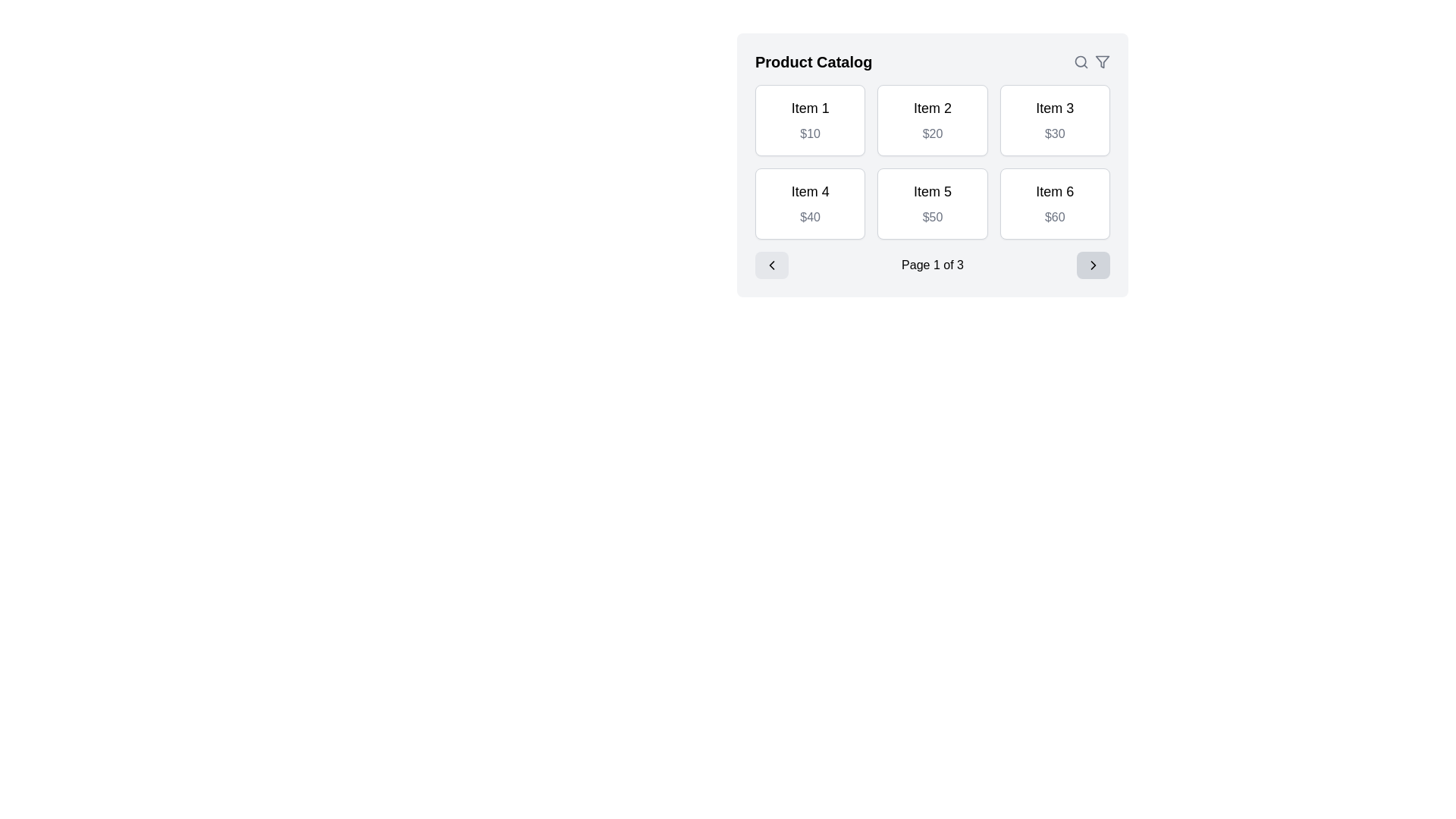  What do you see at coordinates (1054, 133) in the screenshot?
I see `the text label indicating the price of 'Item 3', which is located below the title within the third card of the product catalog` at bounding box center [1054, 133].